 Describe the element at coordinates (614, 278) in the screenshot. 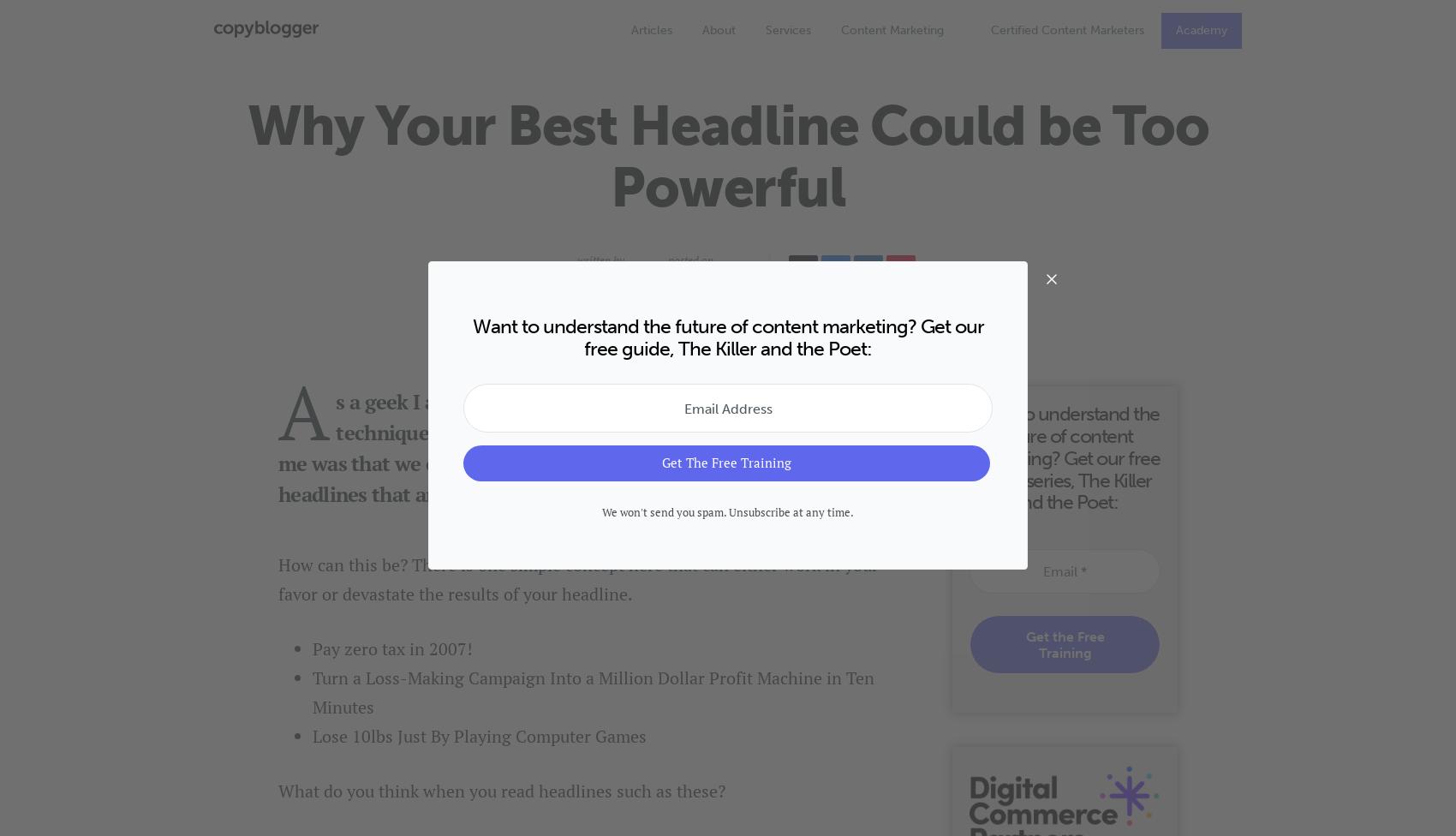

I see `'Chris Garrett'` at that location.